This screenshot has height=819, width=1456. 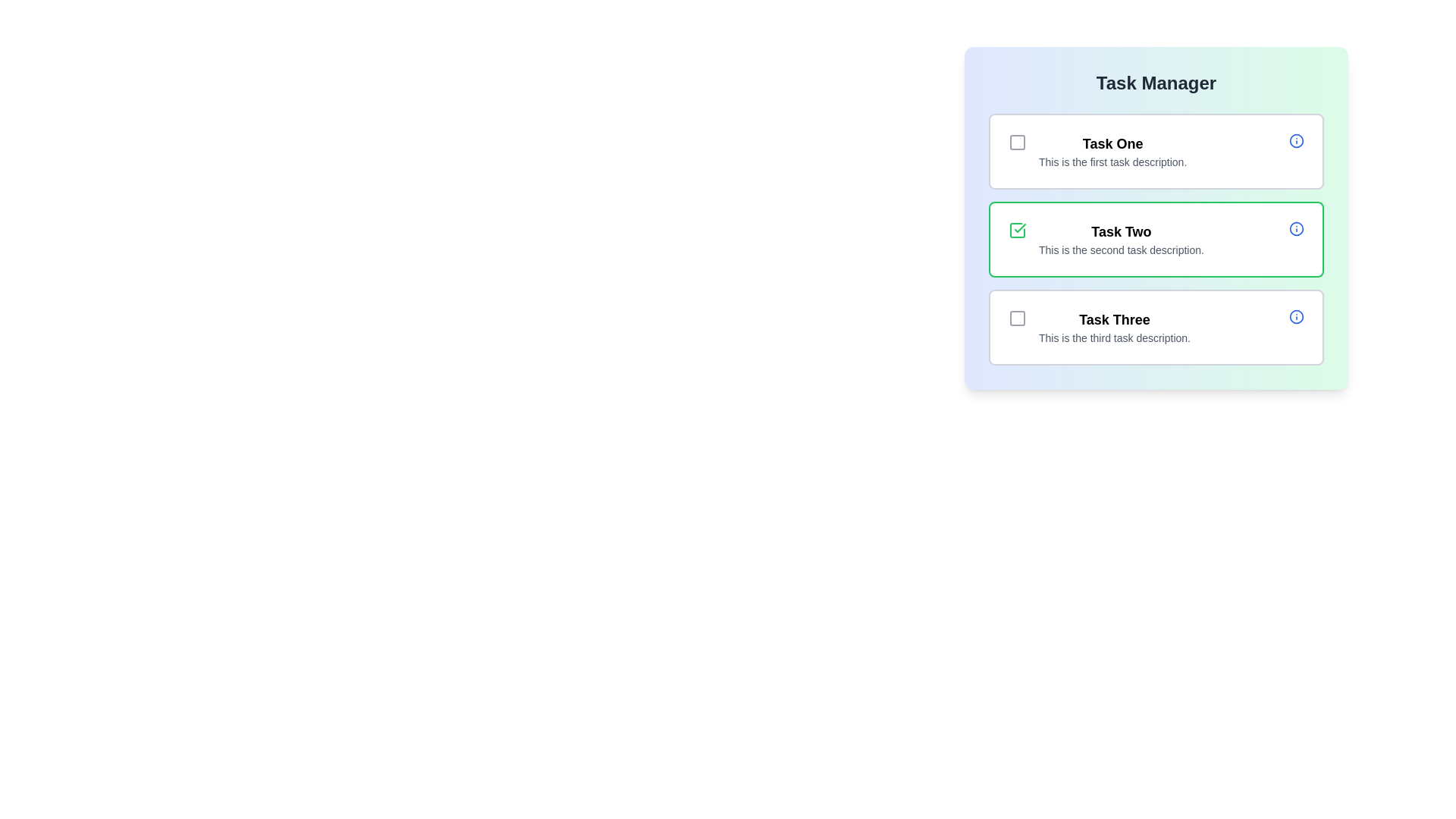 I want to click on the status icon indicating the completion of 'Task Two', which is located within a green-outlined task item and positioned just left of the text label, so click(x=1020, y=227).